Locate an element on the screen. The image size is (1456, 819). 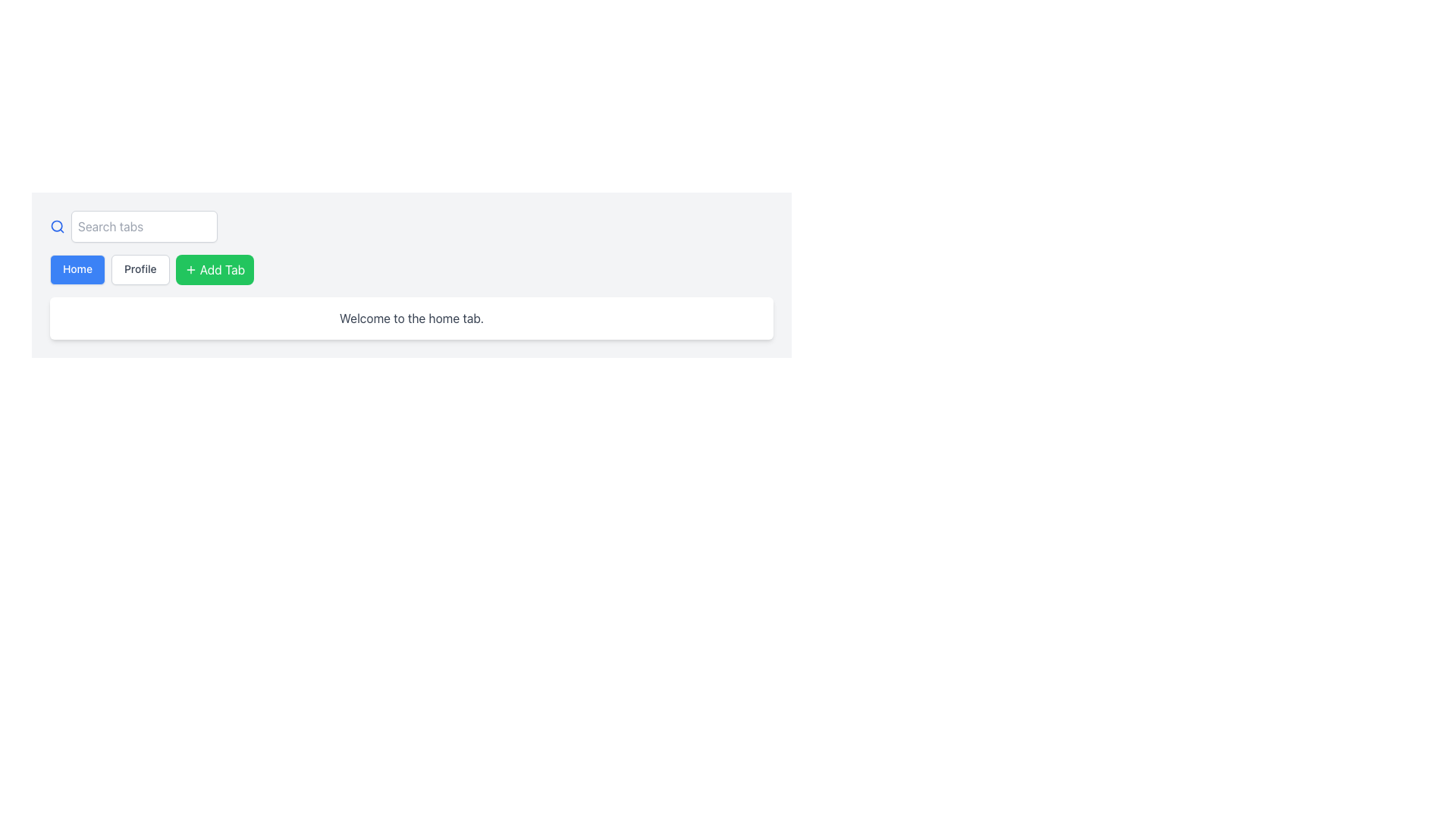
the static text label that provides context for the currently selected 'Home' tab, which is located in a white box beneath the navigation tabs is located at coordinates (411, 318).